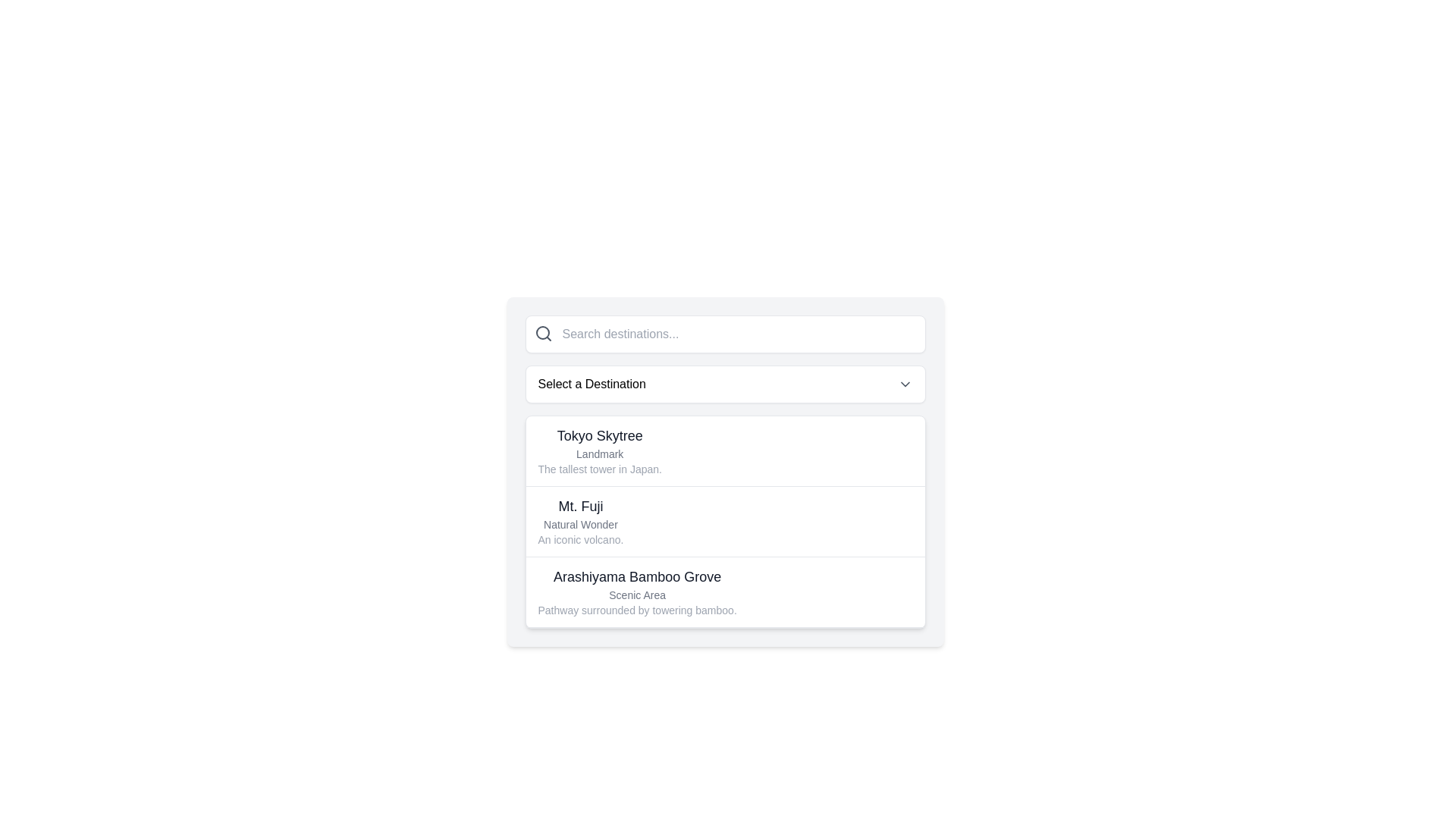 The height and width of the screenshot is (819, 1456). I want to click on the static text label that reads 'The tallest tower in Japan.', which is positioned below the 'Landmark' subtitle in the destination selection panel for 'Tokyo Skytree', so click(599, 468).